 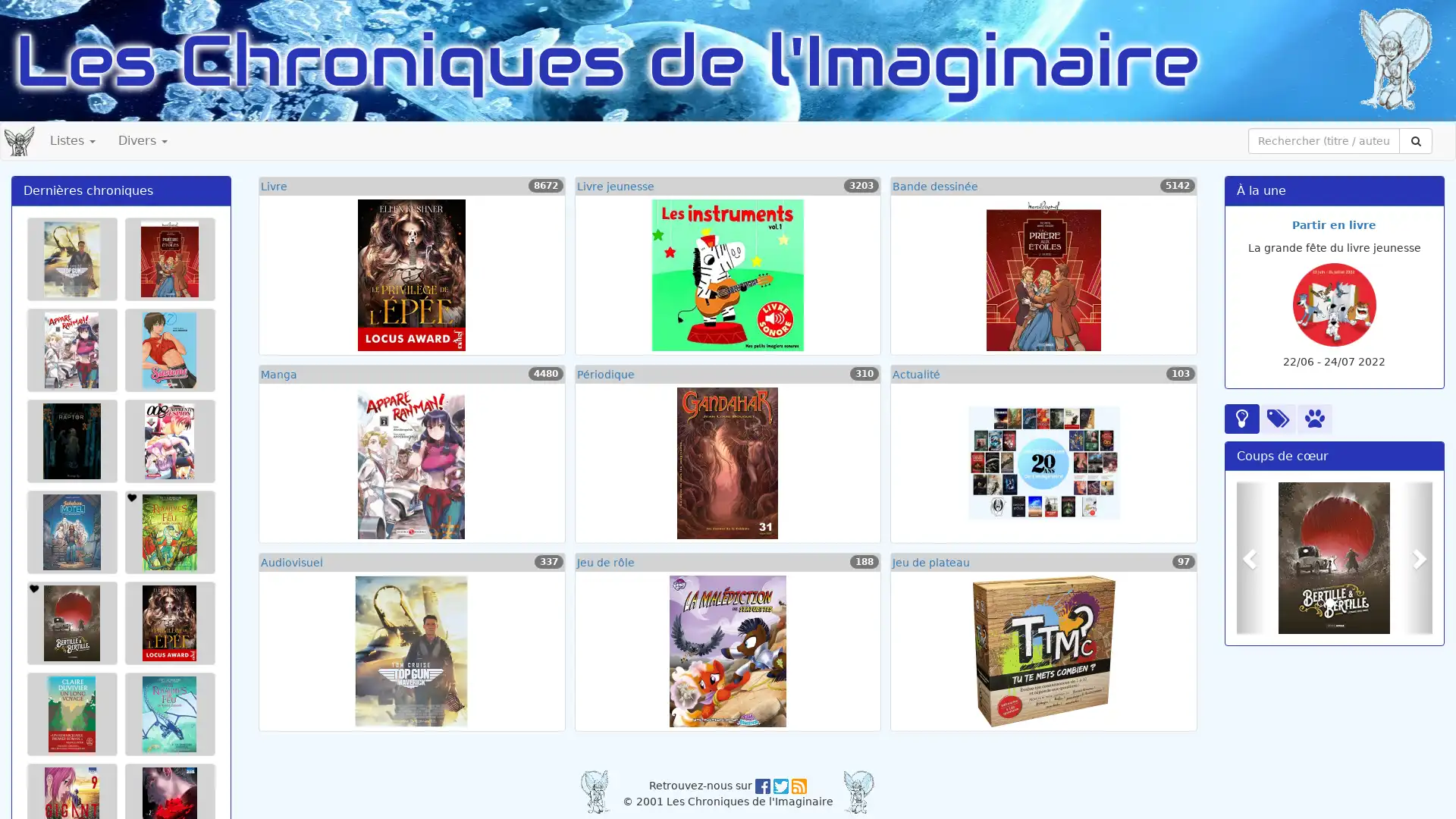 What do you see at coordinates (72, 140) in the screenshot?
I see `Listes` at bounding box center [72, 140].